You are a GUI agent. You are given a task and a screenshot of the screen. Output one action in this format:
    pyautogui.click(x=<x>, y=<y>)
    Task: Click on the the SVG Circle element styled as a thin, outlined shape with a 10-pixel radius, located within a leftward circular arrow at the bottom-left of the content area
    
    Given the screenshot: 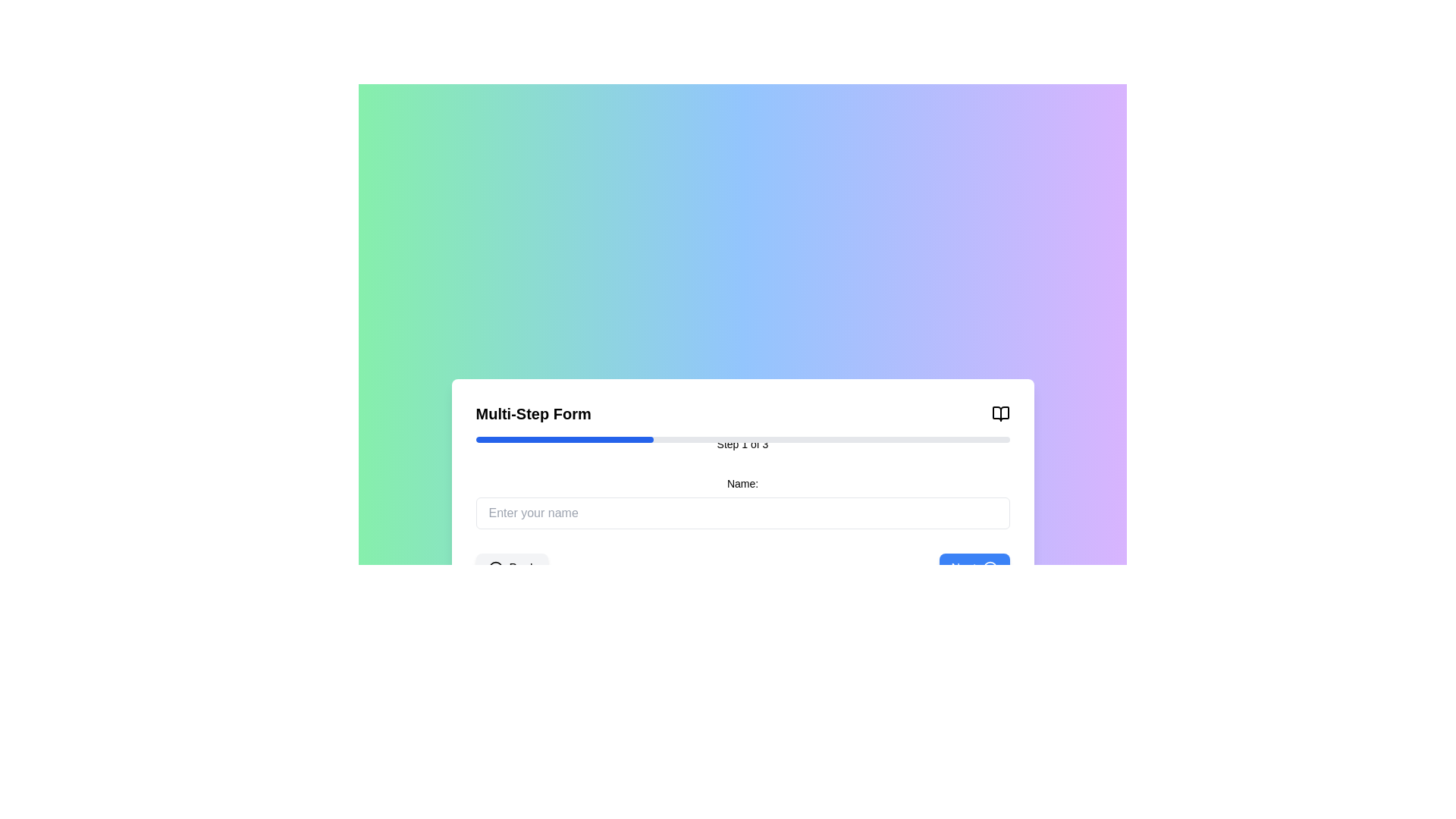 What is the action you would take?
    pyautogui.click(x=495, y=568)
    